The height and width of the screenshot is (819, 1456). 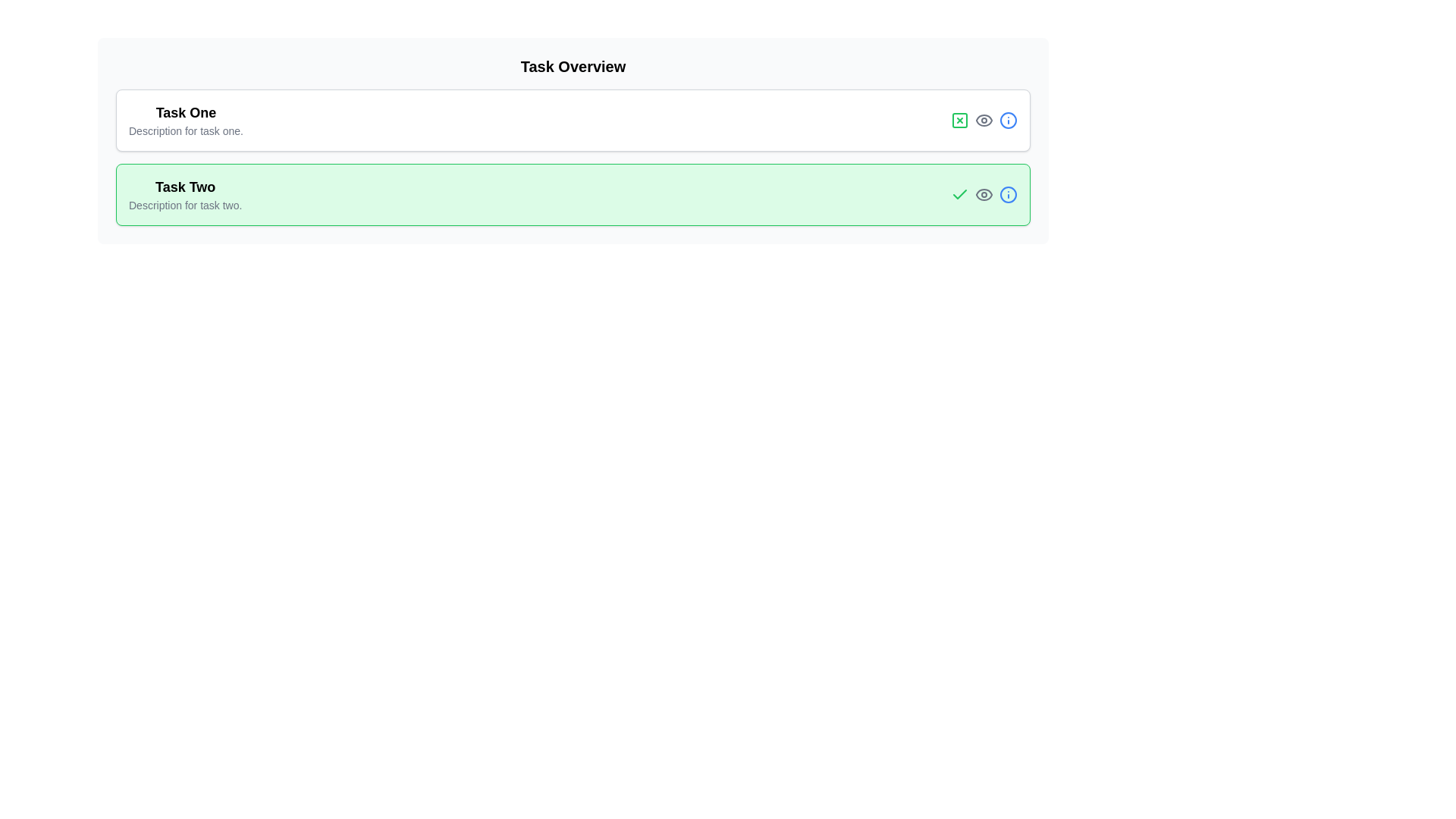 What do you see at coordinates (959, 194) in the screenshot?
I see `the completion state icon (SVG) located at the leftmost position in the second task row` at bounding box center [959, 194].